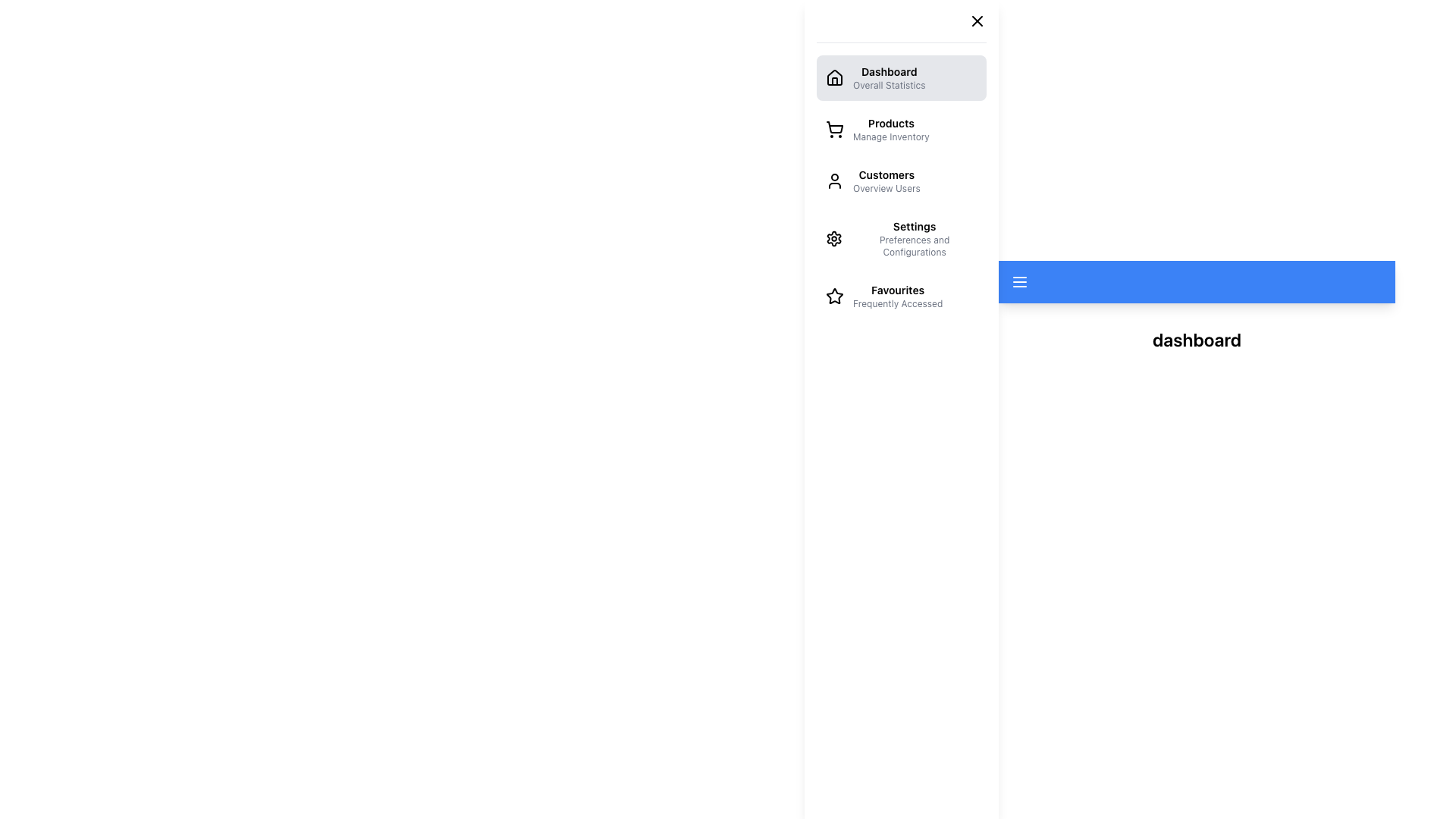  What do you see at coordinates (1019, 281) in the screenshot?
I see `the hamburger menu icon located in the top-left region of the blue rectangular header` at bounding box center [1019, 281].